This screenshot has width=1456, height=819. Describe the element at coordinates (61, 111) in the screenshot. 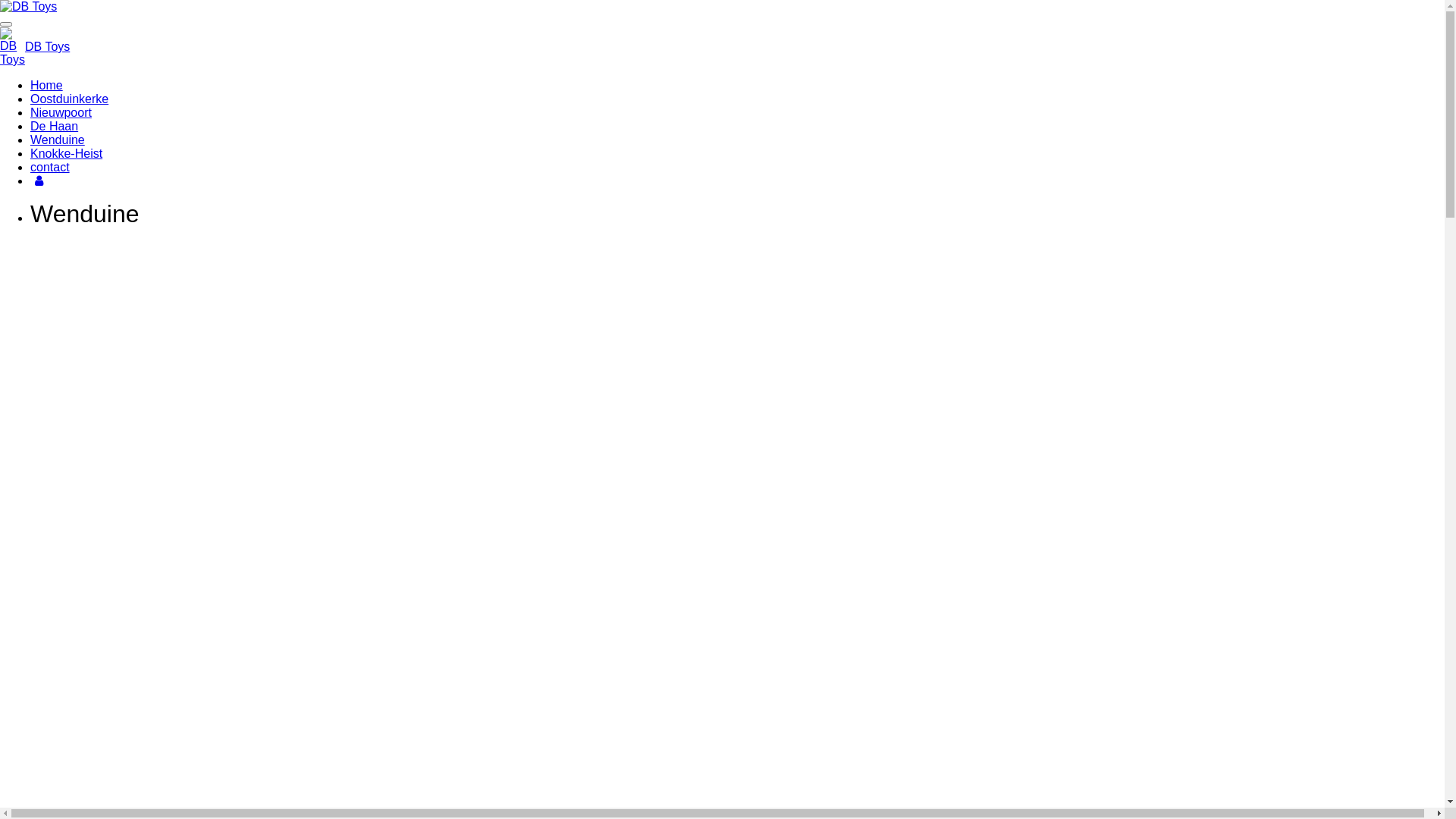

I see `'Nieuwpoort'` at that location.